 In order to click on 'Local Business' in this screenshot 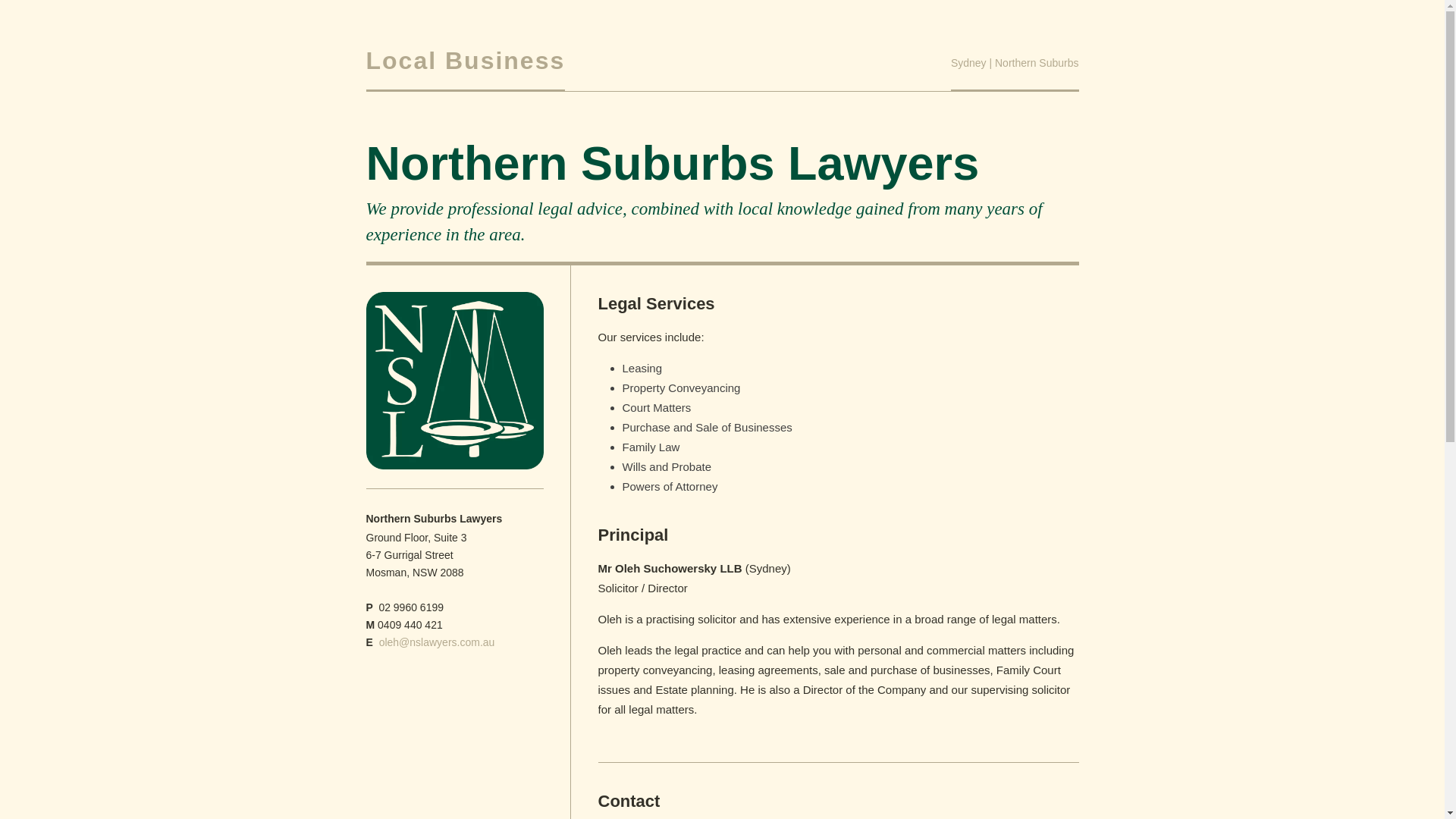, I will do `click(464, 60)`.